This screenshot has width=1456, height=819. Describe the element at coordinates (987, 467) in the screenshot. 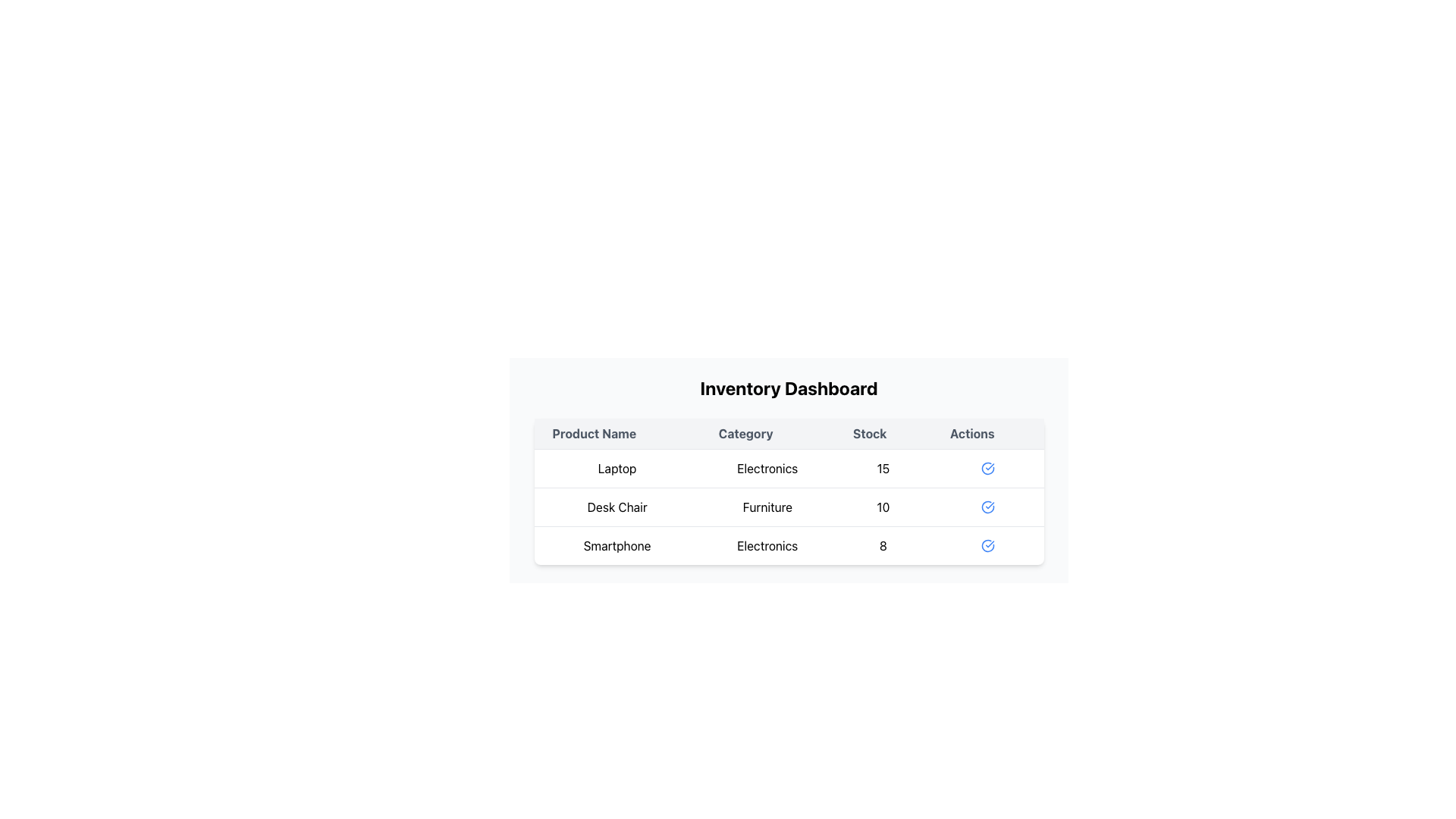

I see `the circular graphical button/icon located in the 'Actions' column of the topmost row in the table` at that location.